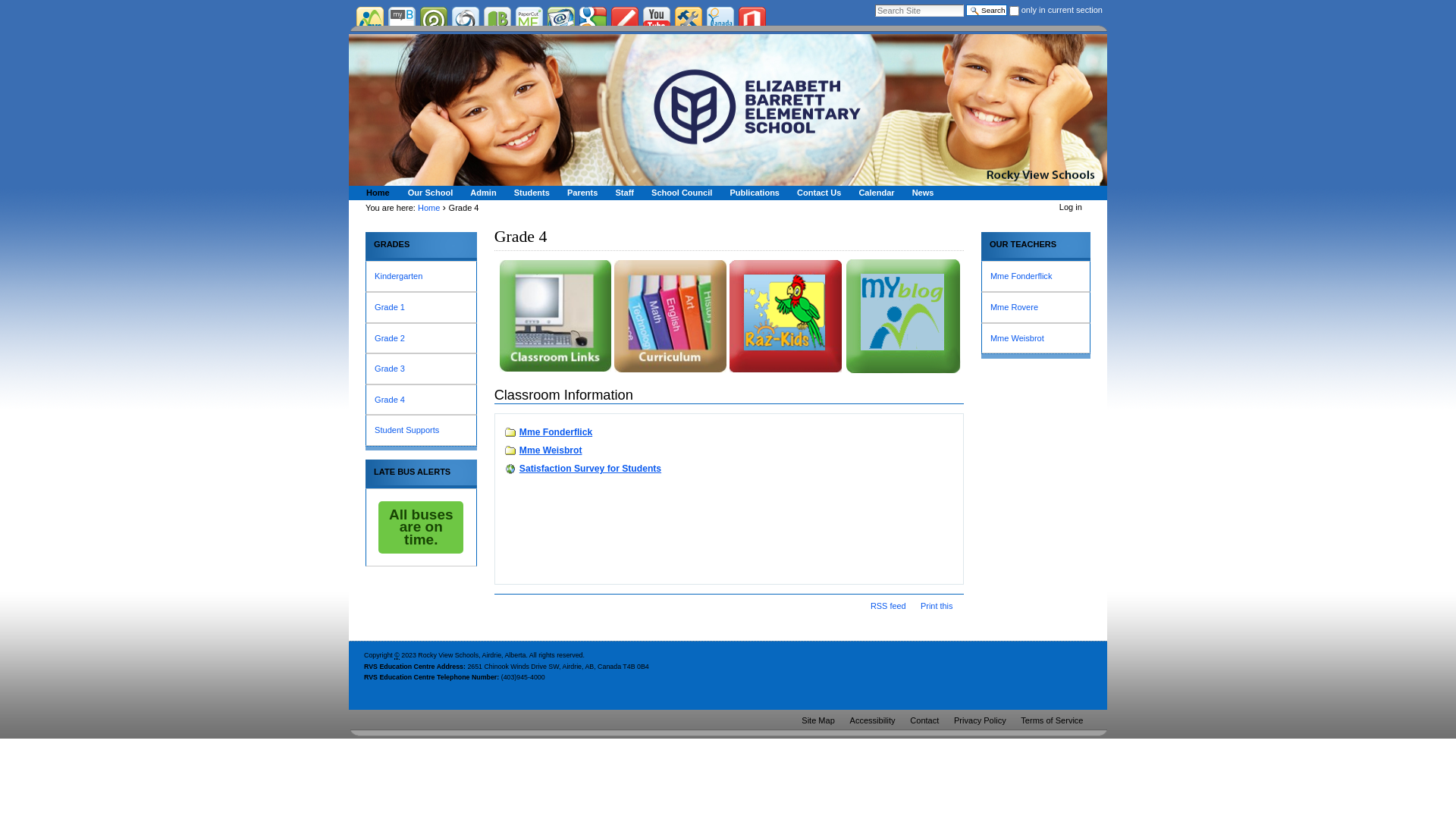 The image size is (1456, 819). I want to click on 'Parents', so click(579, 192).